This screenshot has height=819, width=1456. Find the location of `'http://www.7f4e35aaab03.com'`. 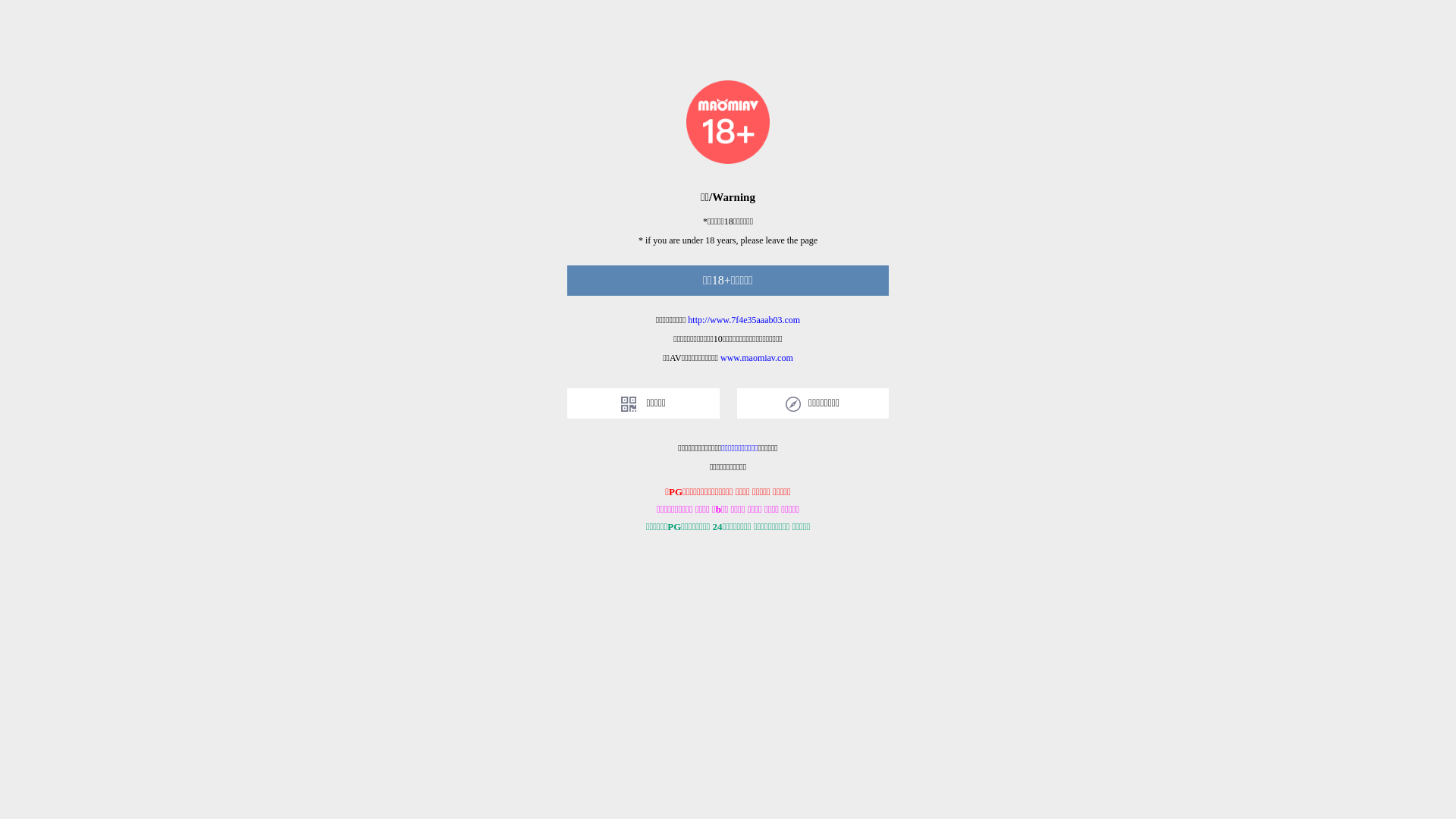

'http://www.7f4e35aaab03.com' is located at coordinates (743, 318).